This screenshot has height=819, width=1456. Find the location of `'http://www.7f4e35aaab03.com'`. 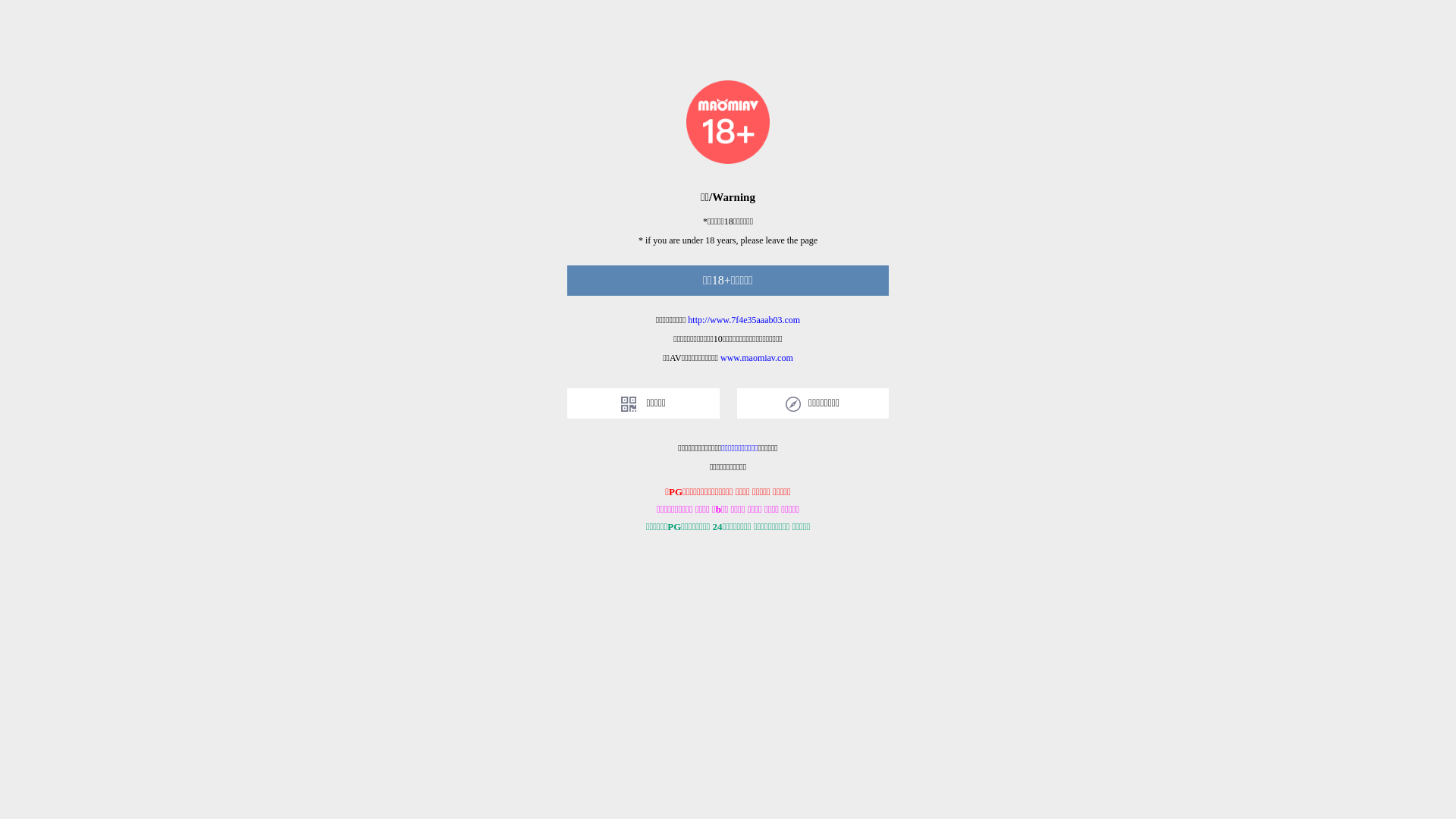

'http://www.7f4e35aaab03.com' is located at coordinates (743, 318).